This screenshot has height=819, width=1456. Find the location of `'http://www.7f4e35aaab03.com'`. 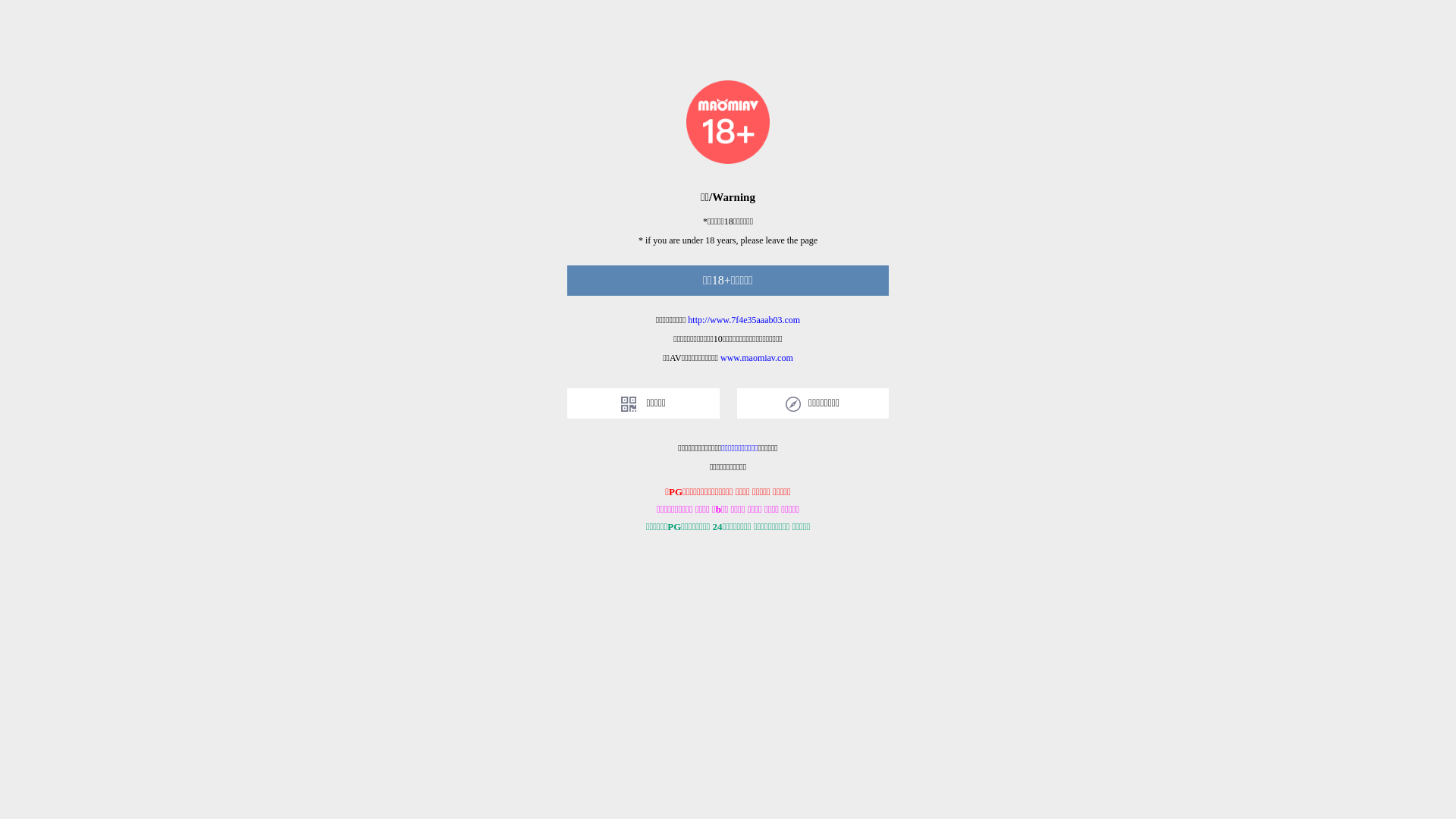

'http://www.7f4e35aaab03.com' is located at coordinates (743, 318).